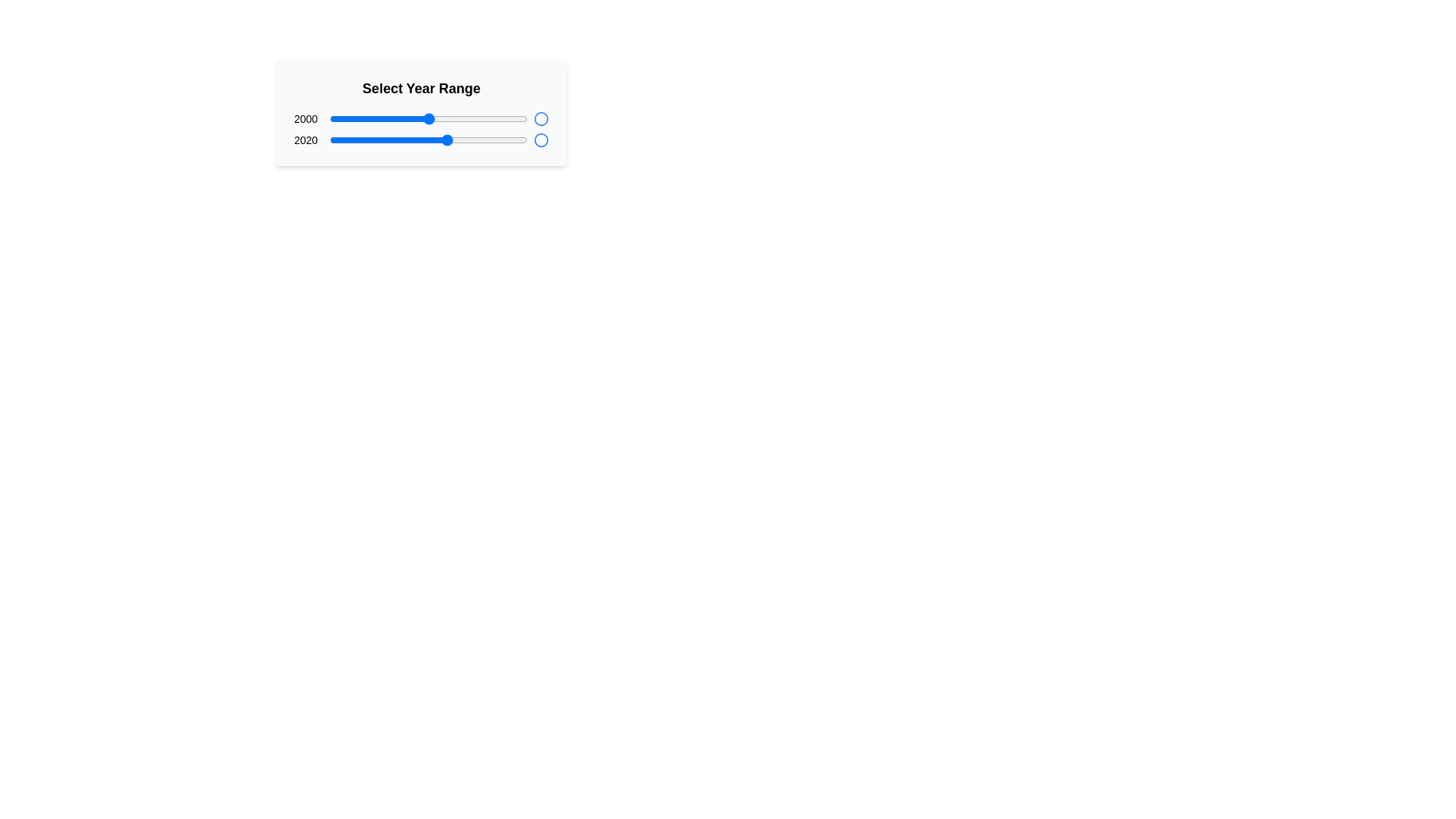 Image resolution: width=1456 pixels, height=819 pixels. I want to click on the slider, so click(507, 118).